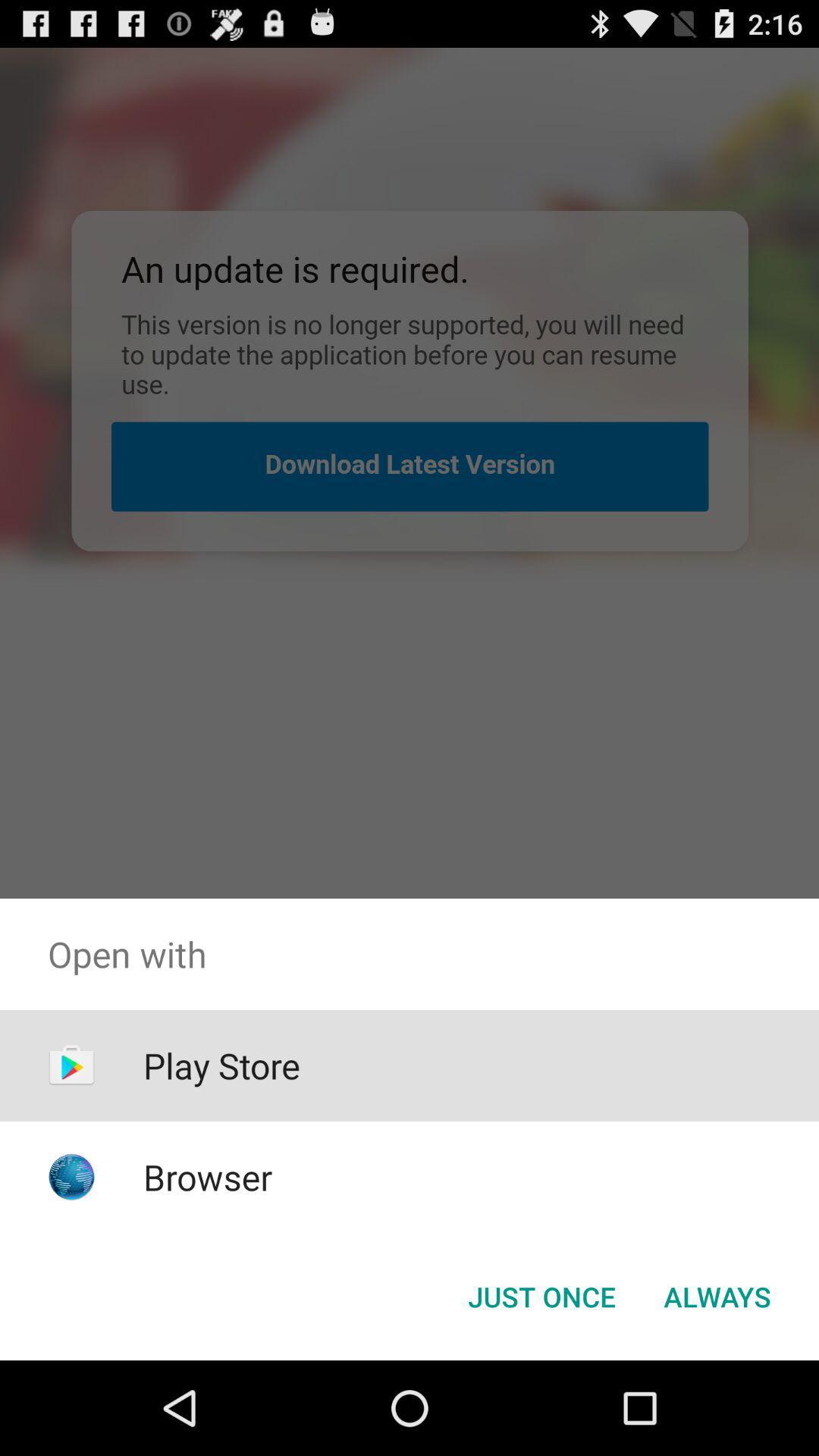 This screenshot has height=1456, width=819. Describe the element at coordinates (208, 1176) in the screenshot. I see `the app below play store item` at that location.